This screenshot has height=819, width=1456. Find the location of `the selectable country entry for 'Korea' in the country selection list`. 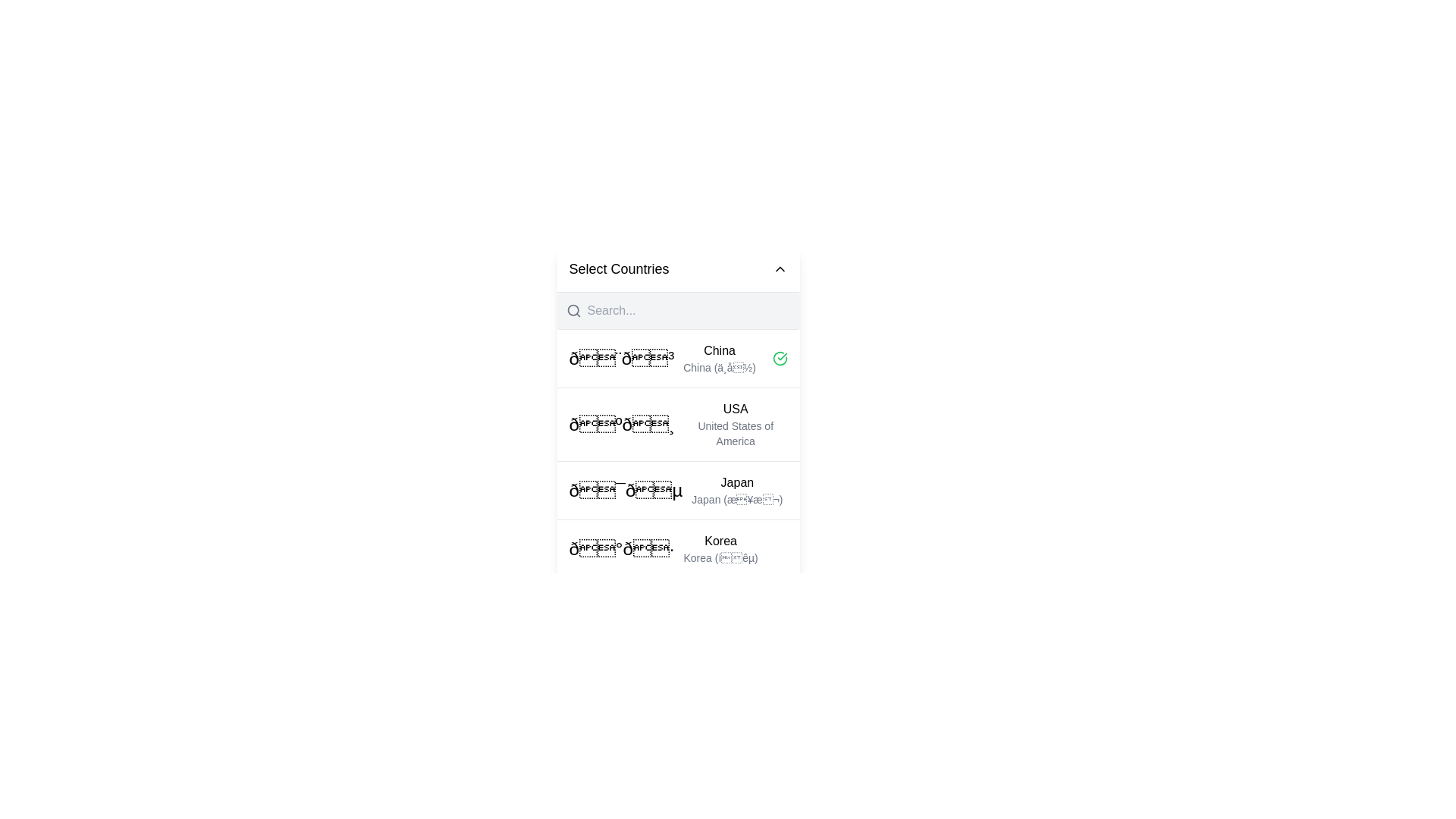

the selectable country entry for 'Korea' in the country selection list is located at coordinates (720, 549).